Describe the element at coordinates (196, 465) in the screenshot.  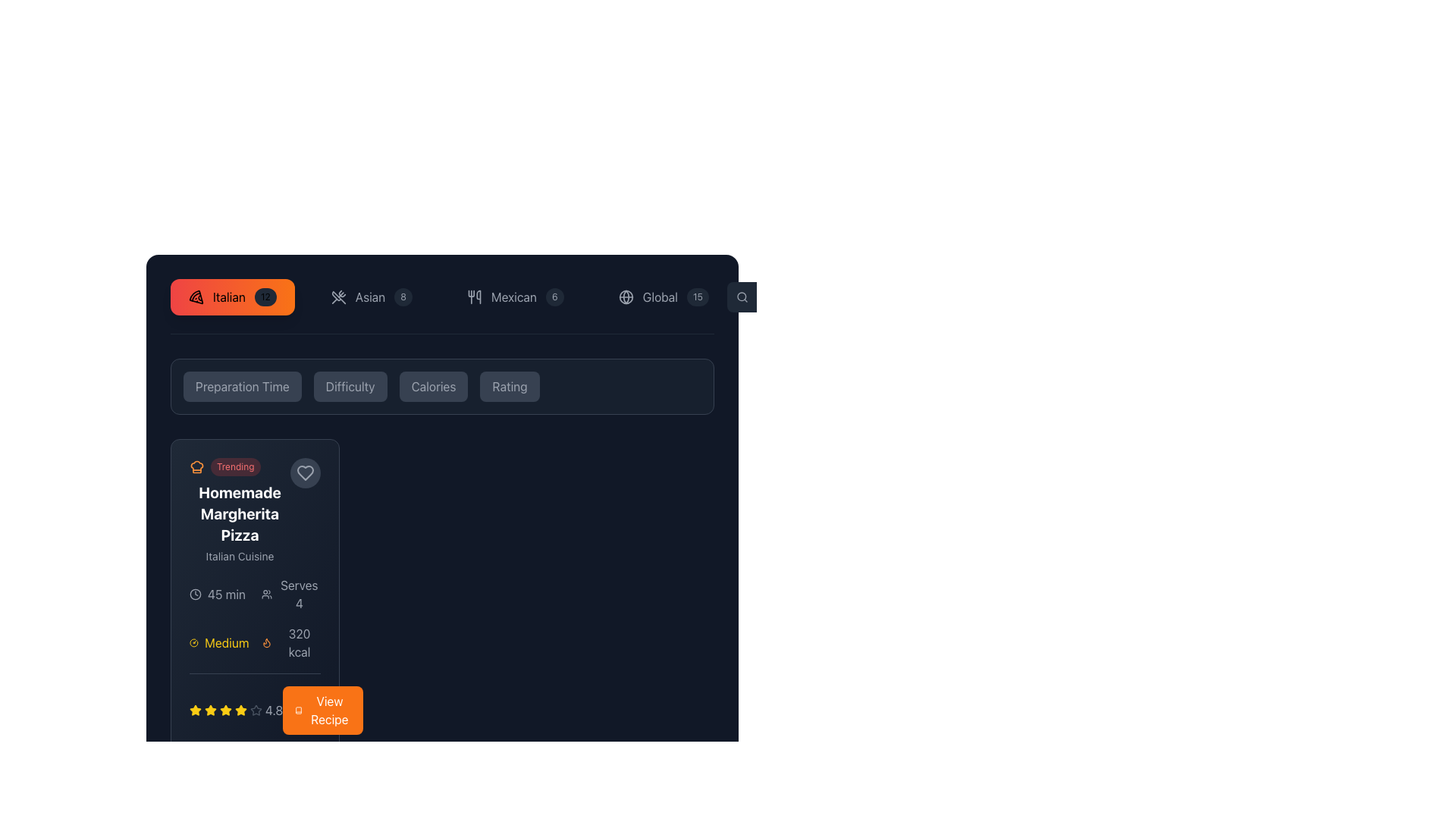
I see `the chef's hat icon in the navigation bar` at that location.